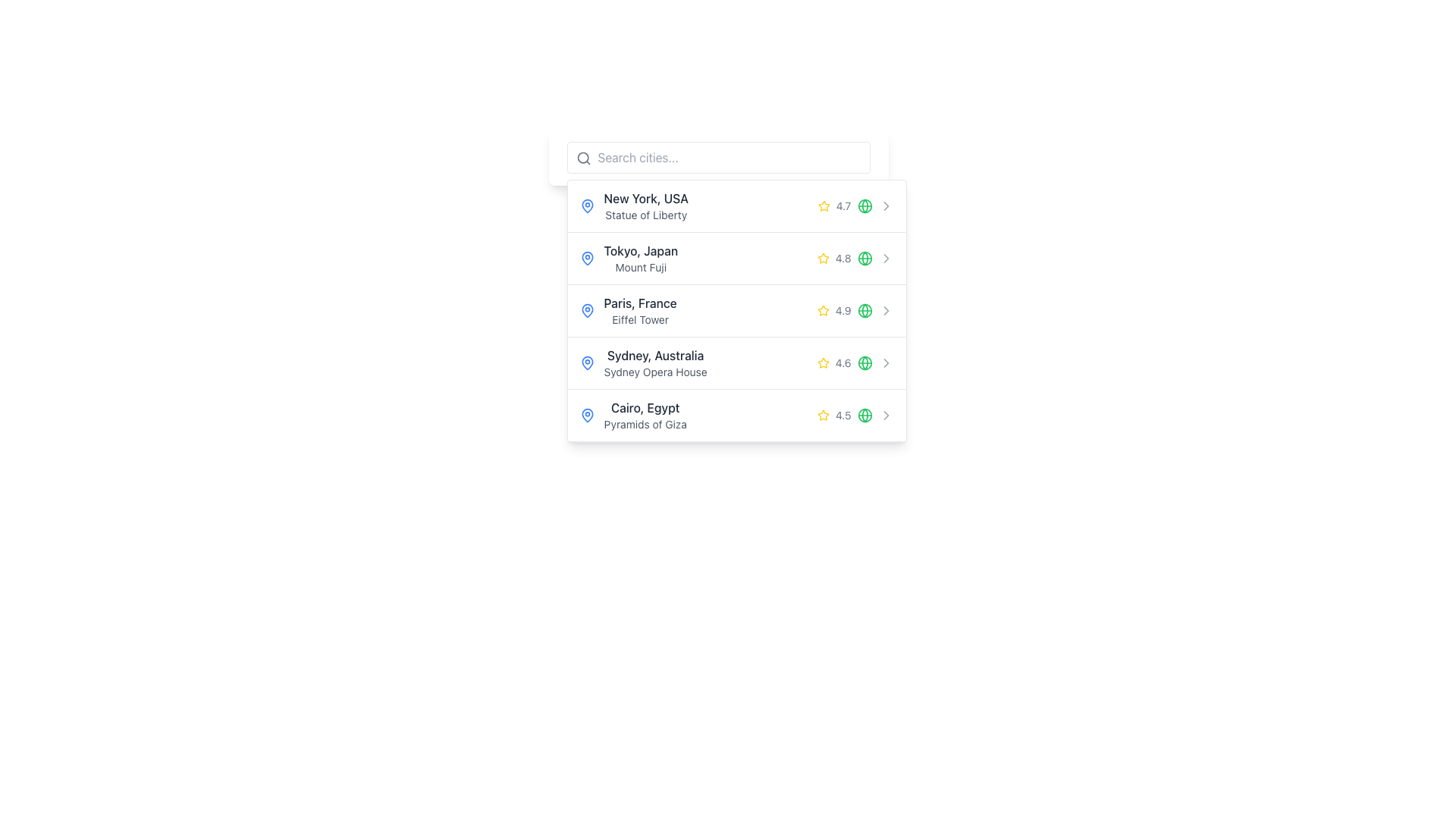 The width and height of the screenshot is (1456, 819). What do you see at coordinates (844, 362) in the screenshot?
I see `the text label displaying the numeric value '4.6' in gray color, which is located in the search results for 'Sydney, Australia', positioned between the star icon and the globe icon` at bounding box center [844, 362].